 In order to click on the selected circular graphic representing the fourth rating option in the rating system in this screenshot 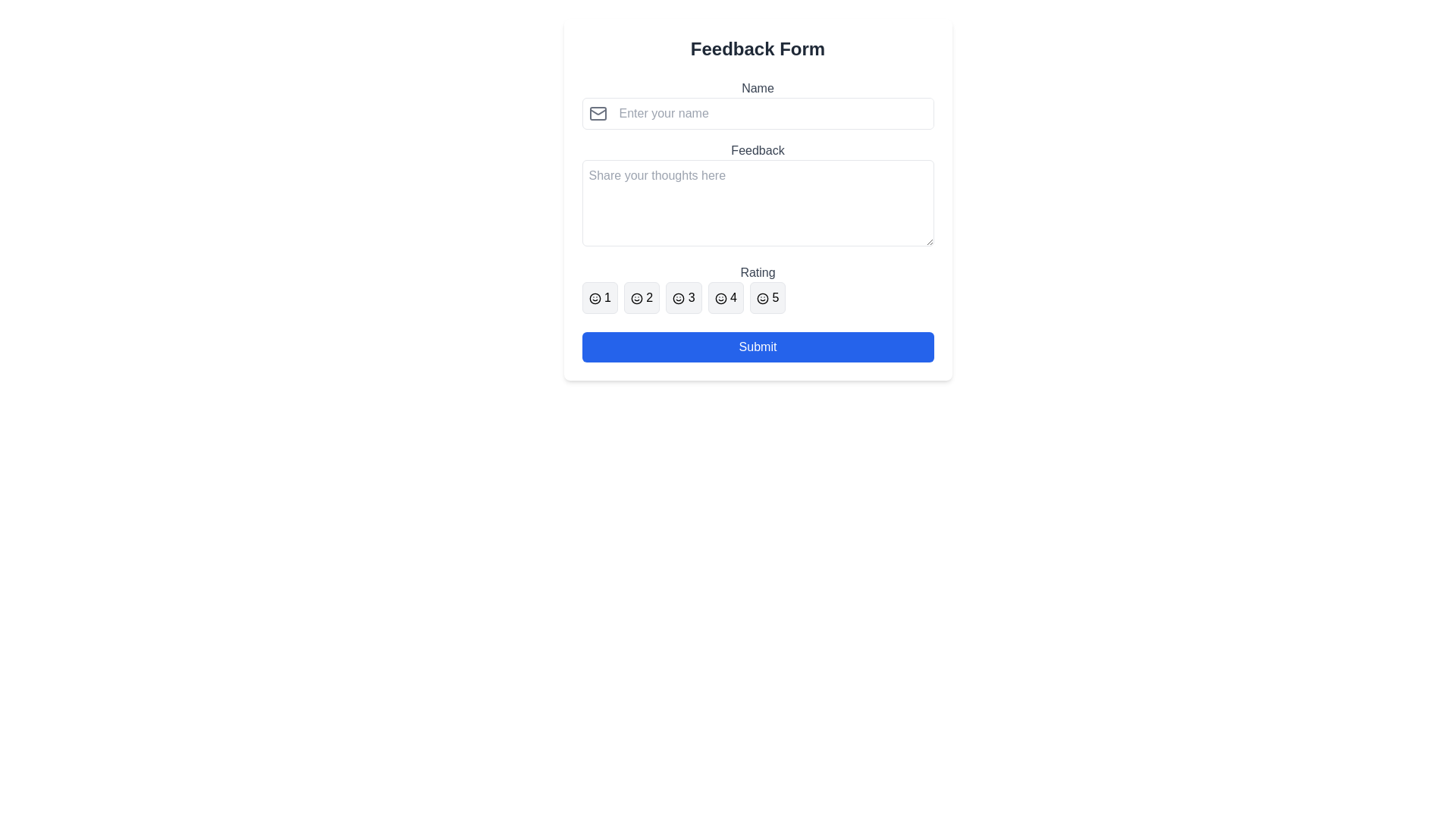, I will do `click(720, 298)`.